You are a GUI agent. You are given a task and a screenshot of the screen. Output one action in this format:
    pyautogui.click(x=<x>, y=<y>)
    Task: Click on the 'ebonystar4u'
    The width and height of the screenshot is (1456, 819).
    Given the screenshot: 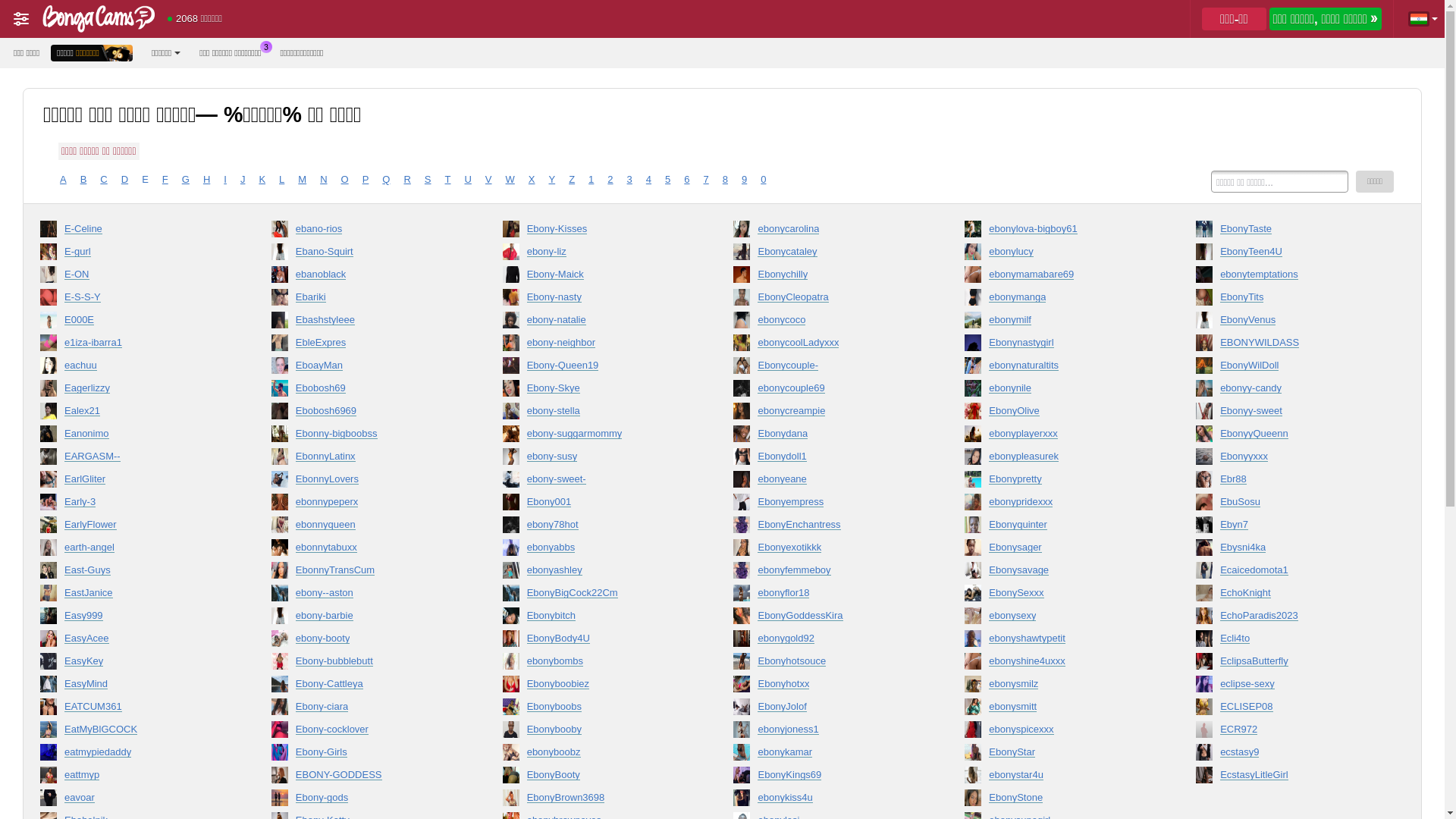 What is the action you would take?
    pyautogui.click(x=1058, y=778)
    